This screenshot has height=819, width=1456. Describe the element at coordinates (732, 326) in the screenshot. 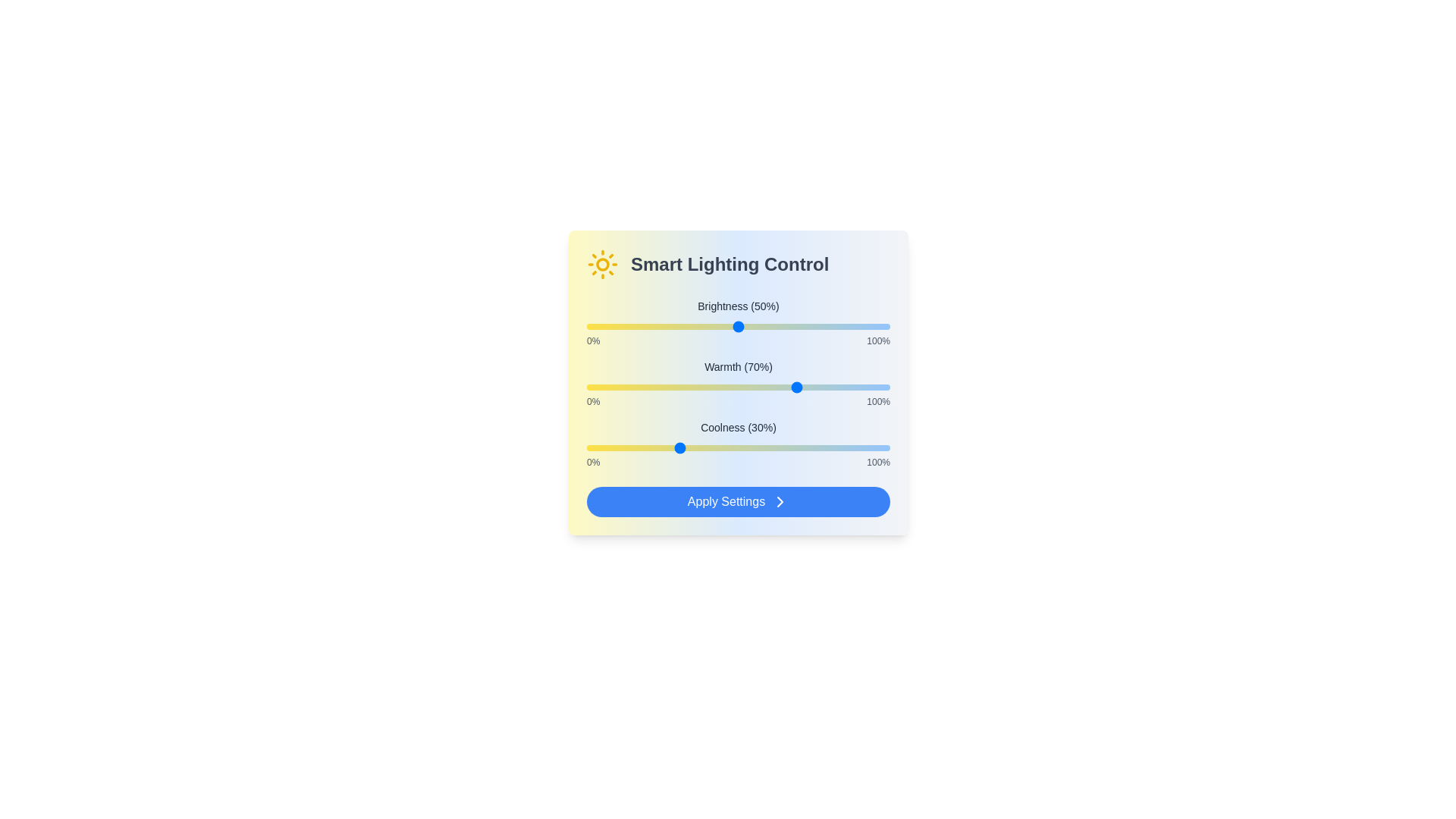

I see `the brightness slider to 48%` at that location.